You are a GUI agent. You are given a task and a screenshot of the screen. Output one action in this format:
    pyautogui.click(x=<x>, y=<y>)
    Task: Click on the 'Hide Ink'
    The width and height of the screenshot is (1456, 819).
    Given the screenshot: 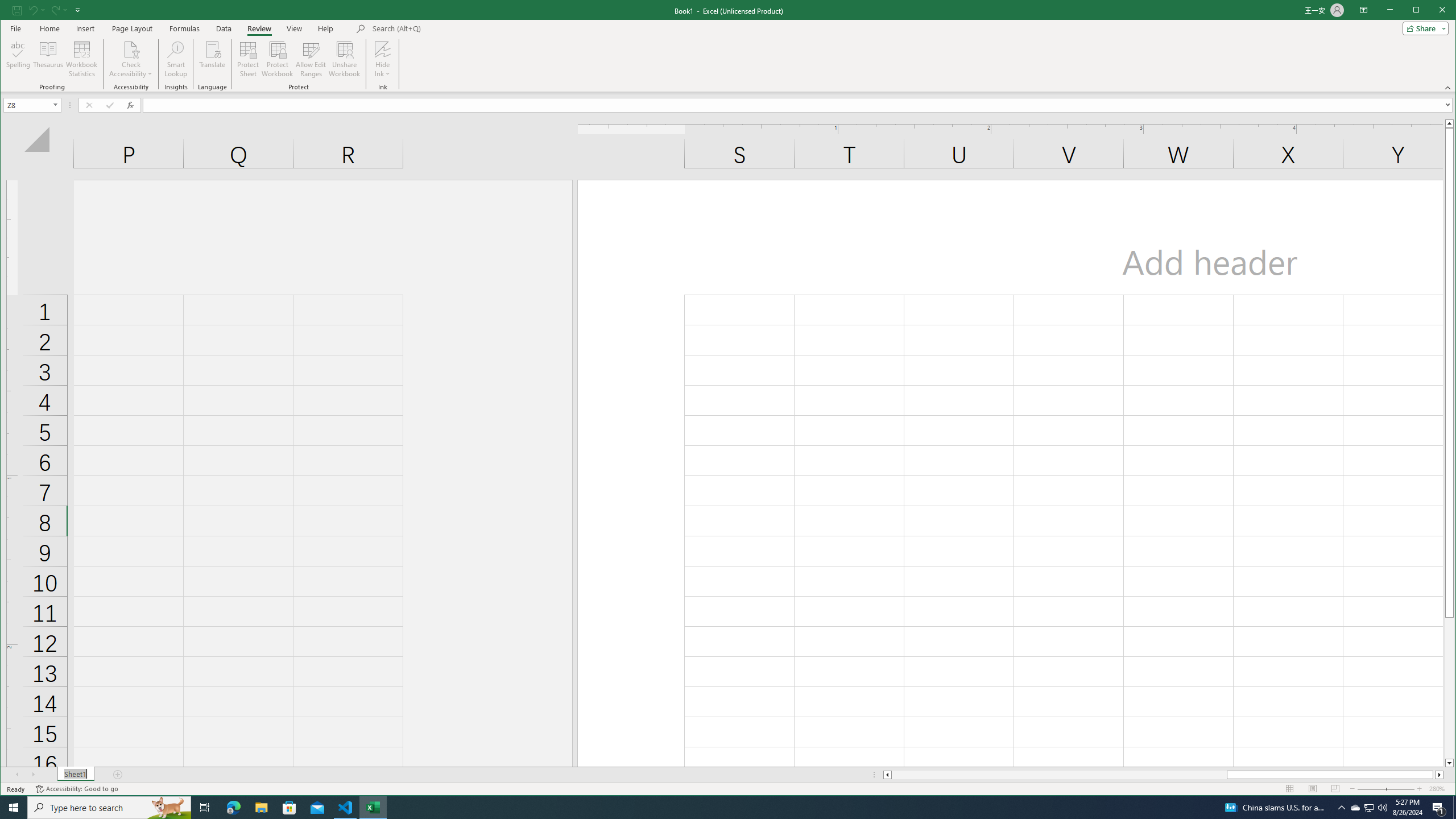 What is the action you would take?
    pyautogui.click(x=382, y=48)
    